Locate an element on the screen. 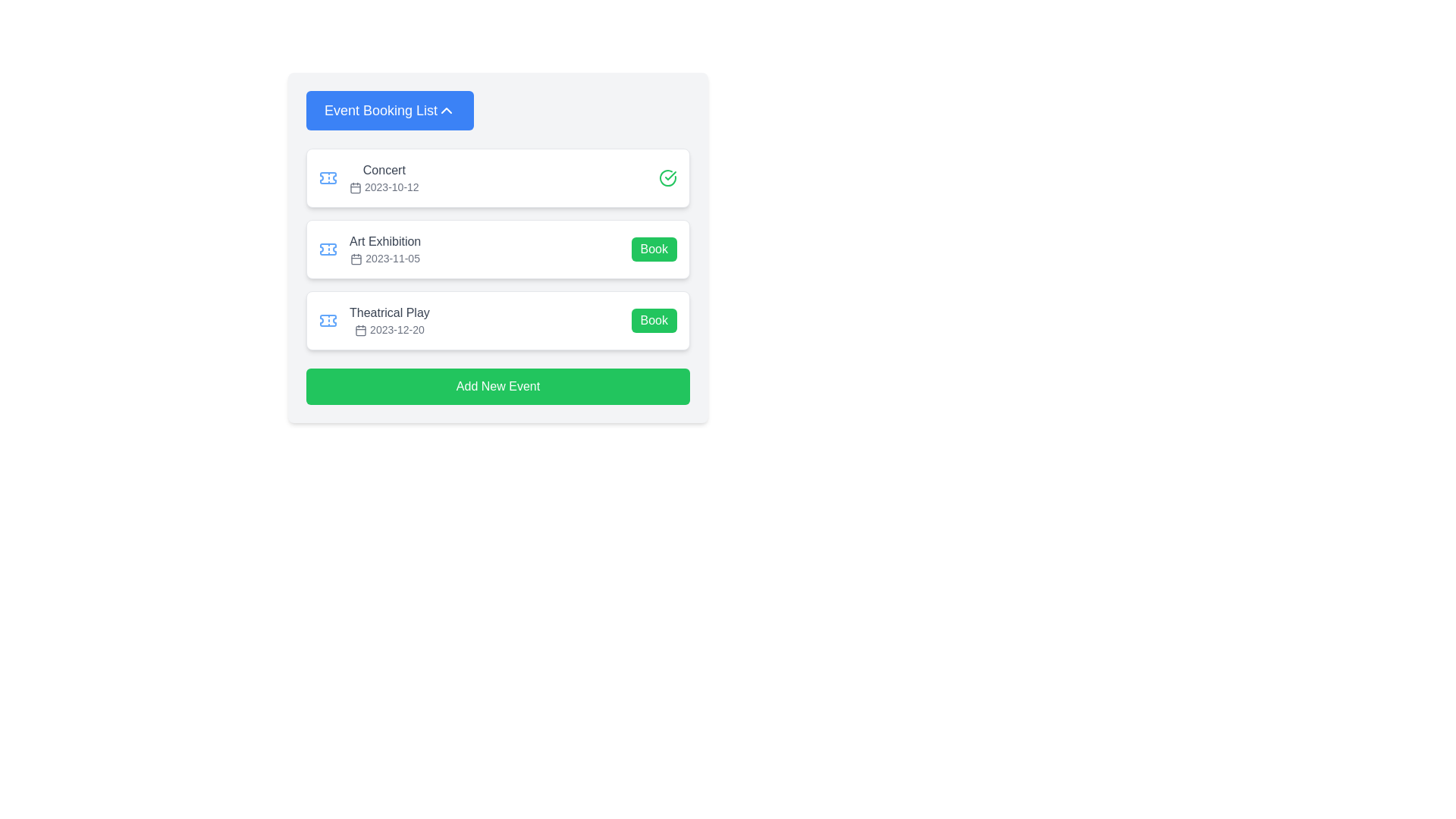 The height and width of the screenshot is (819, 1456). event details, including the title and date, from the 'Art Exhibition' event card, which is the second card in a vertically stacked list of event cards is located at coordinates (498, 248).